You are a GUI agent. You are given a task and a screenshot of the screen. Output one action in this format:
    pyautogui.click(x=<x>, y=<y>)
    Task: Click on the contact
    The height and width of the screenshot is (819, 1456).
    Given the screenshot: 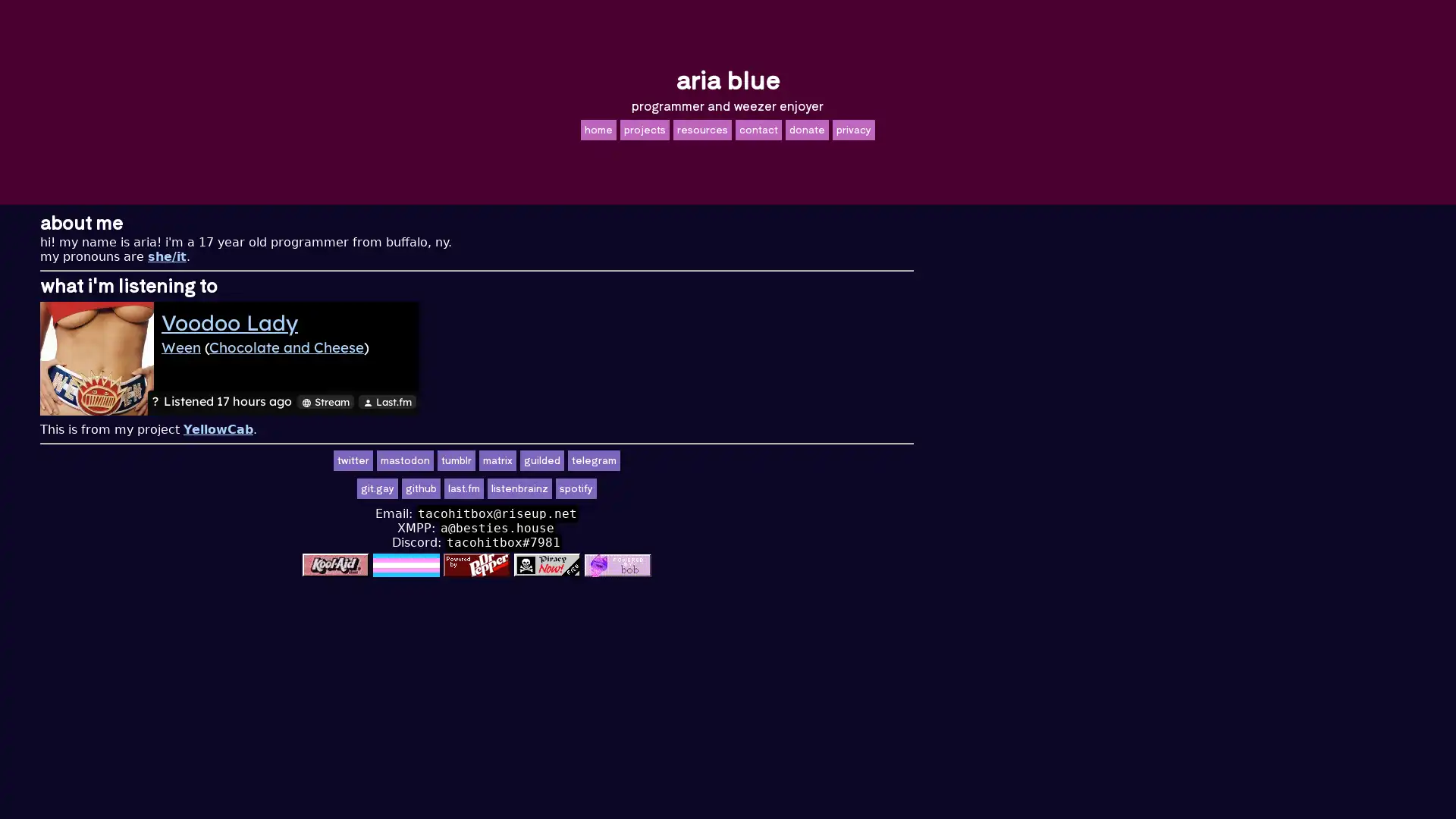 What is the action you would take?
    pyautogui.click(x=758, y=128)
    